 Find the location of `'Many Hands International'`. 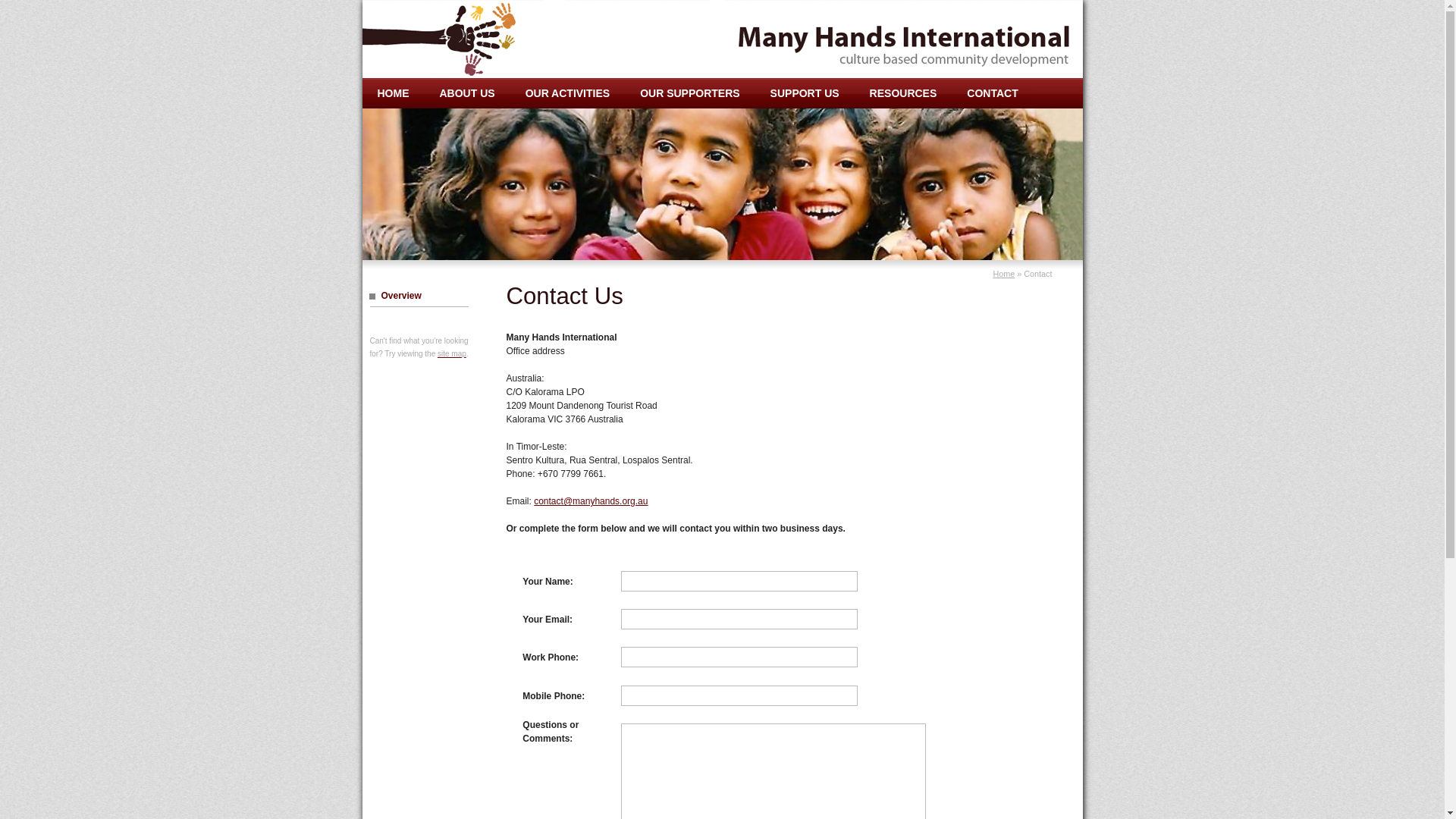

'Many Hands International' is located at coordinates (457, 38).